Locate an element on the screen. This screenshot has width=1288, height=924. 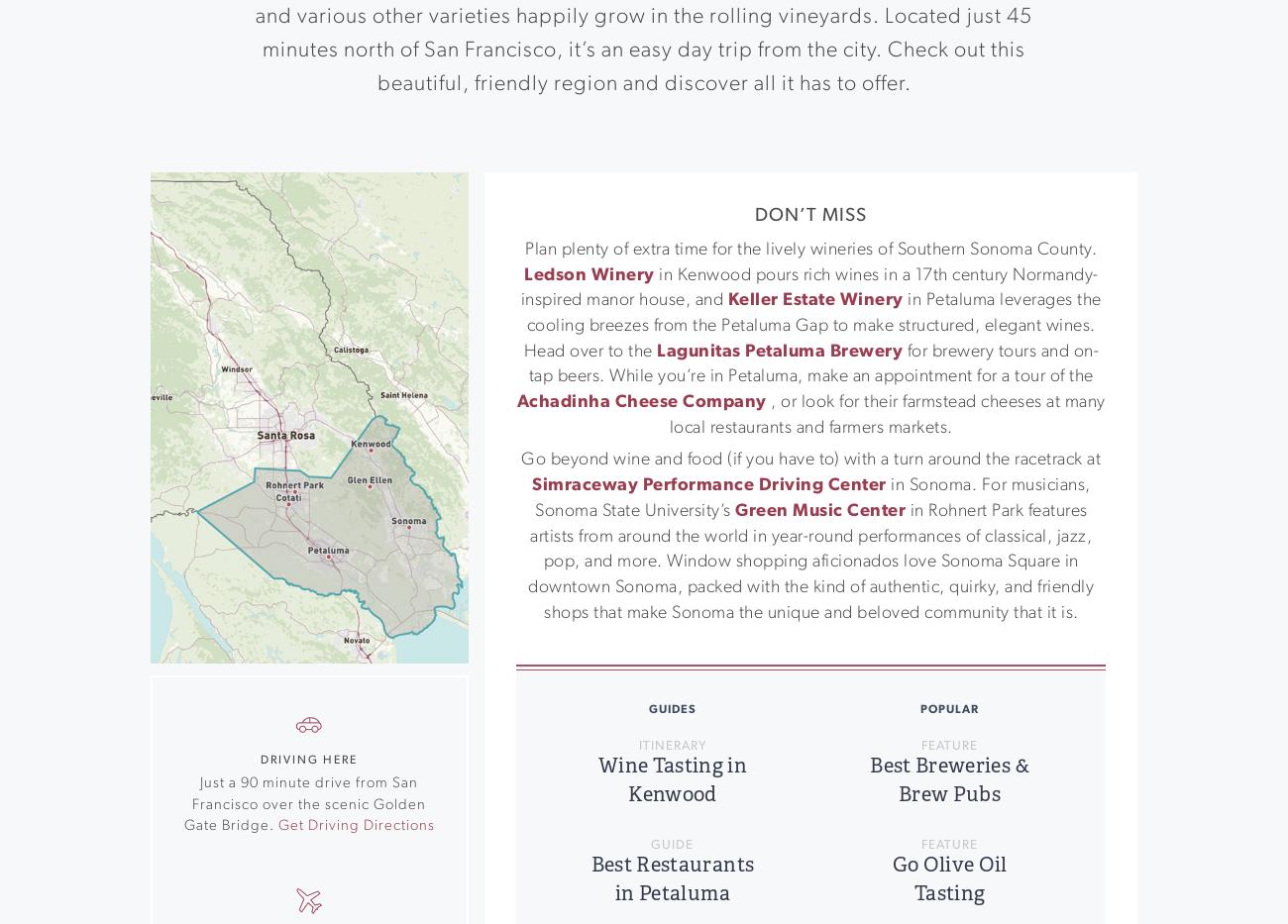
'Top Rohnert Park Hotels' is located at coordinates (1032, 598).